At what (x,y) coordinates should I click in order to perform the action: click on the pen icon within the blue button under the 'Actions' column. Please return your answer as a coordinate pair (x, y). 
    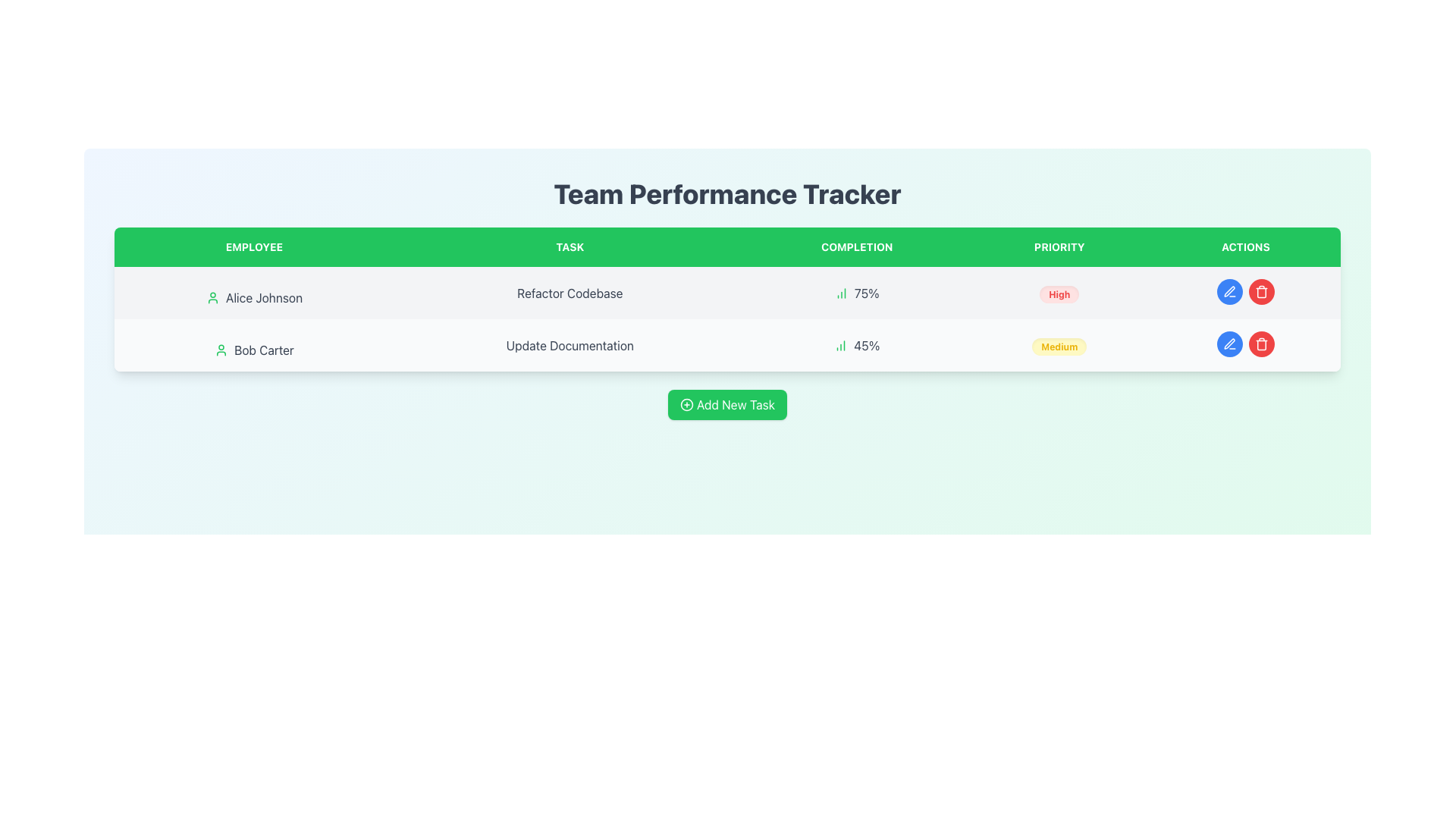
    Looking at the image, I should click on (1229, 344).